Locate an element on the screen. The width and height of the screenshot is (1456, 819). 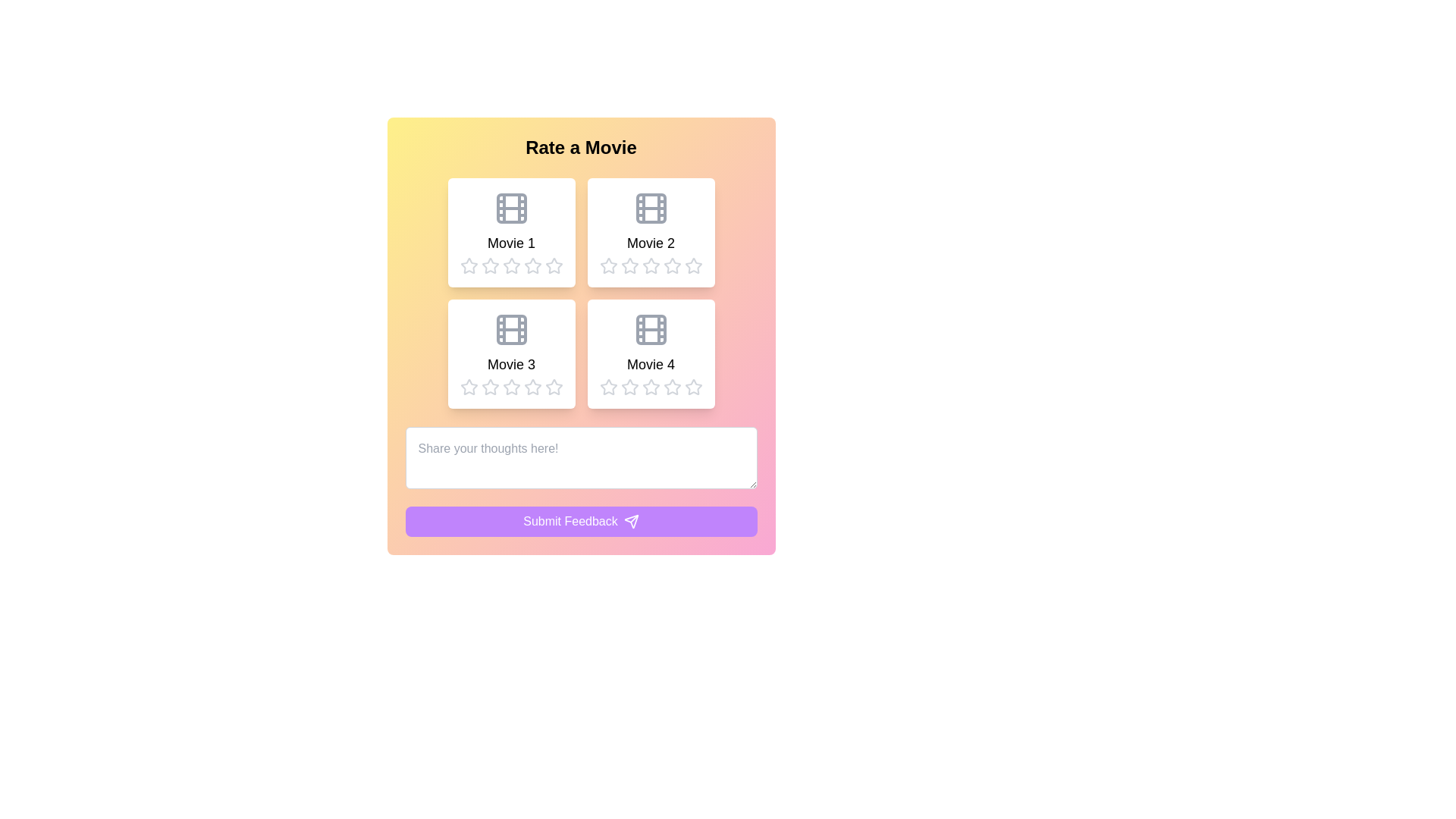
the fourth star icon in the rating system below the 'Movie 4' section to read its tooltip is located at coordinates (671, 386).